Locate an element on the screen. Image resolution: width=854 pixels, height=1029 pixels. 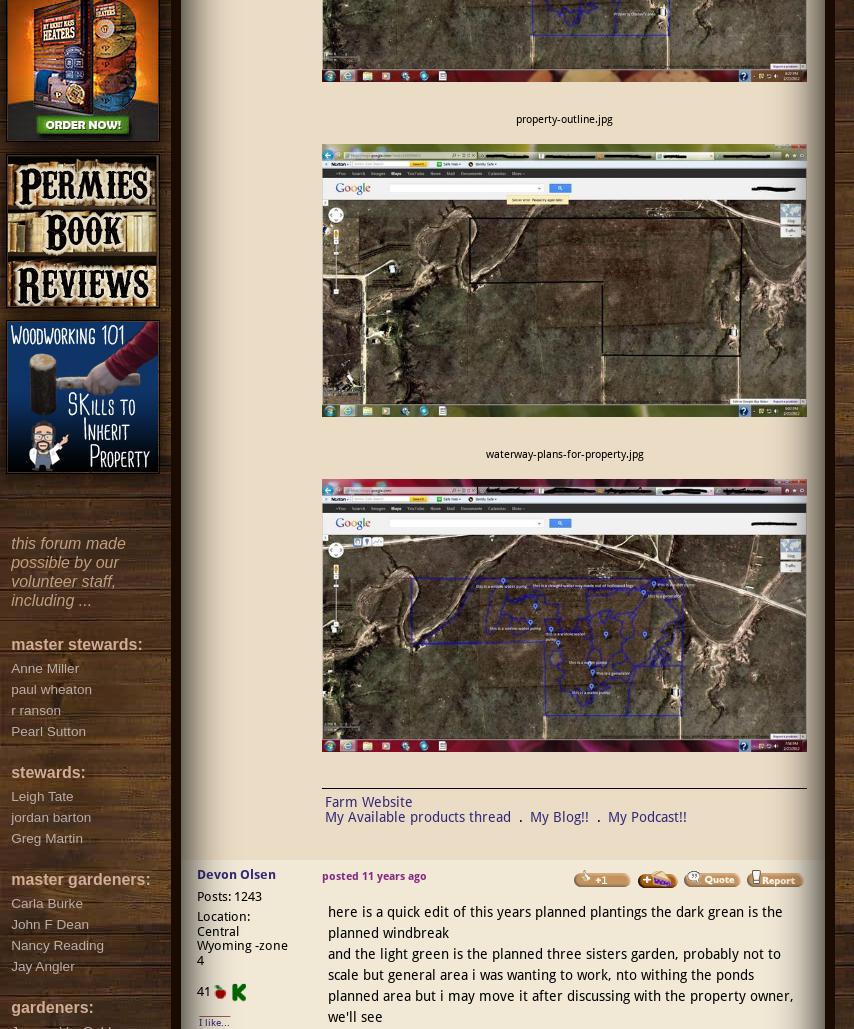
'and the light green is the planned three sisters garden, probably not to scale but general area i was wanting to work, nto withing the ponds planned area but i may move it after discussing with the property owner, we'll see' is located at coordinates (558, 984).